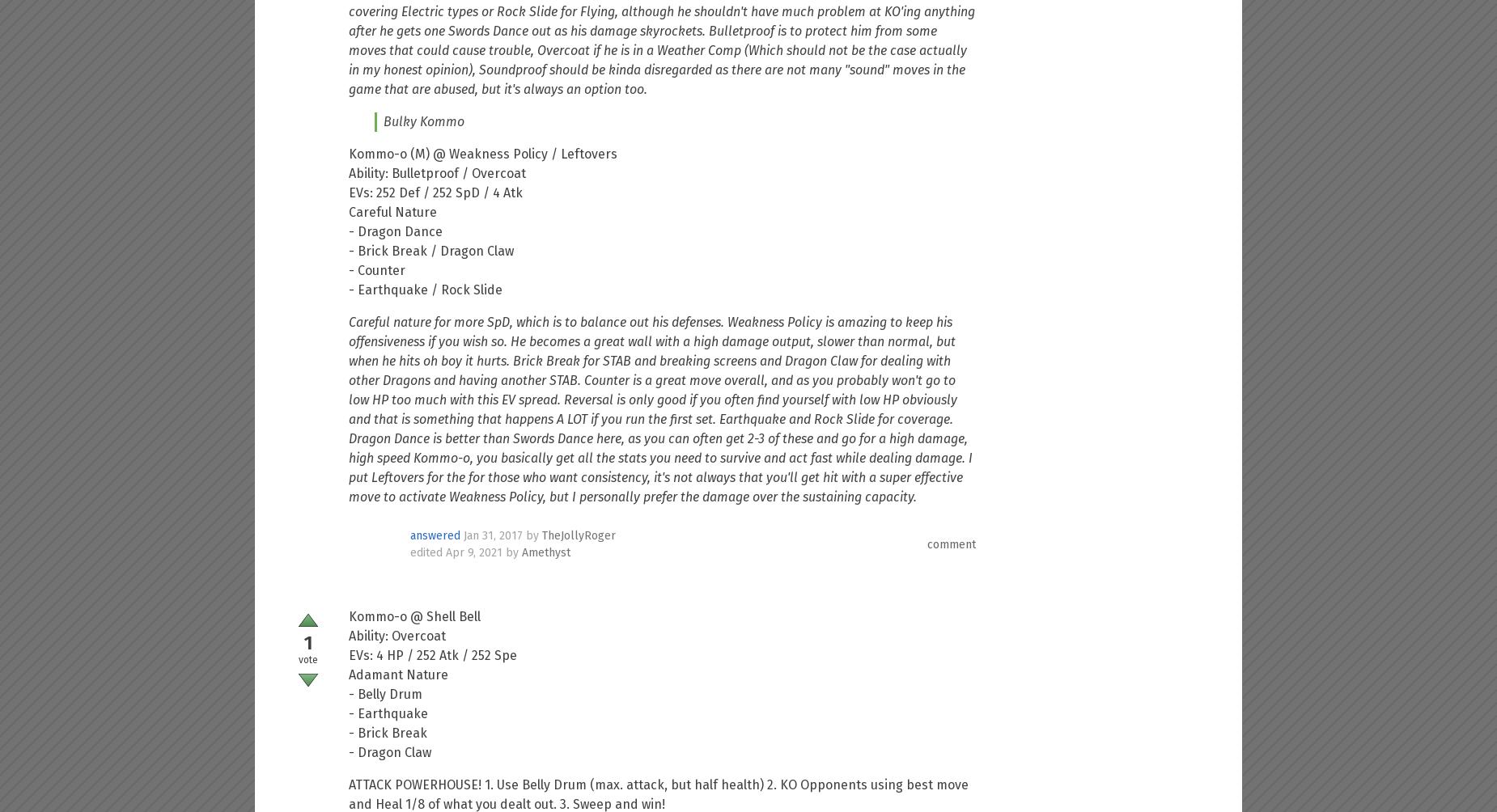 The height and width of the screenshot is (812, 1497). Describe the element at coordinates (397, 636) in the screenshot. I see `'Ability: Overcoat'` at that location.